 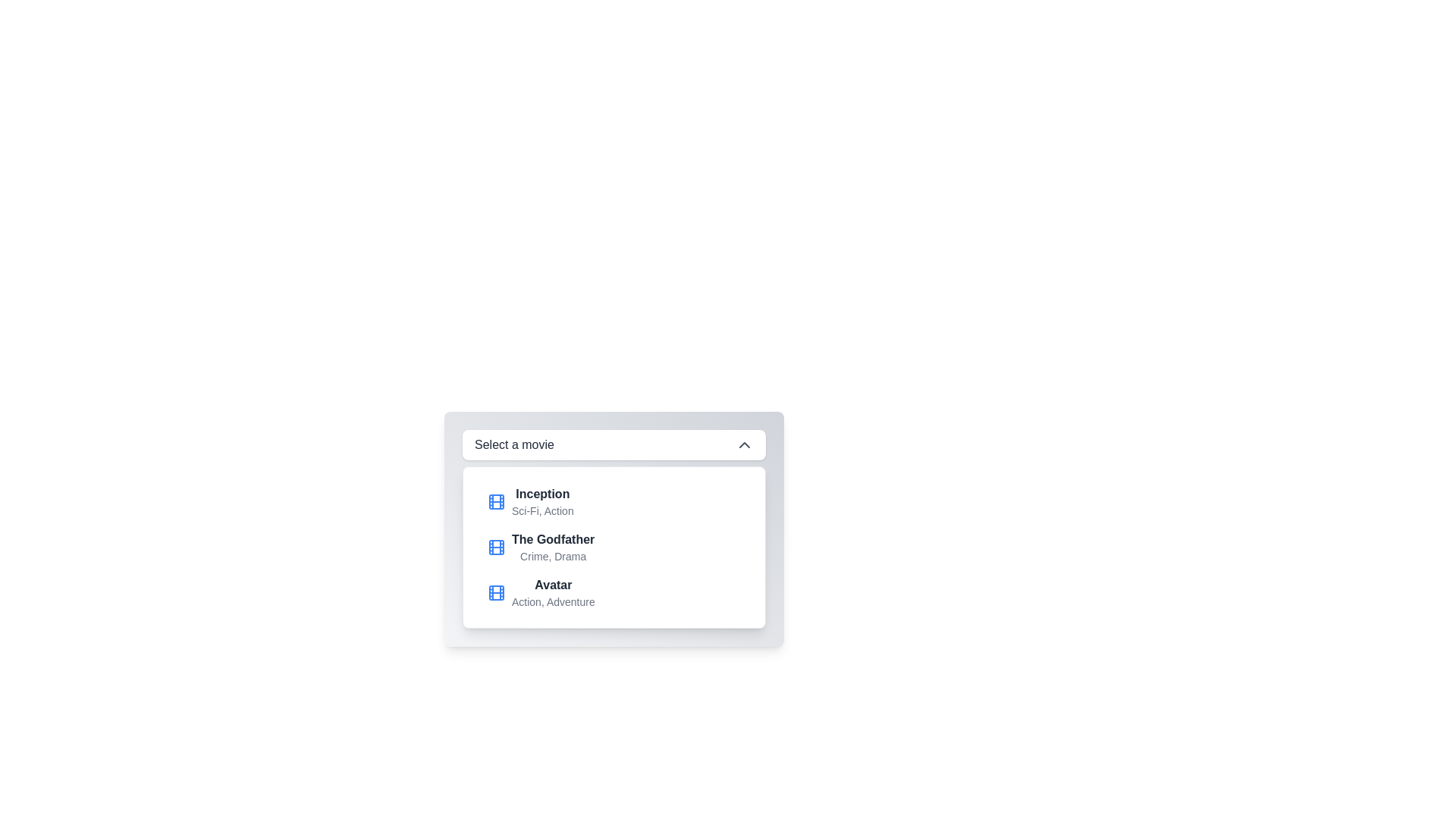 What do you see at coordinates (541, 547) in the screenshot?
I see `the list item representing the movie 'The Godfather'` at bounding box center [541, 547].